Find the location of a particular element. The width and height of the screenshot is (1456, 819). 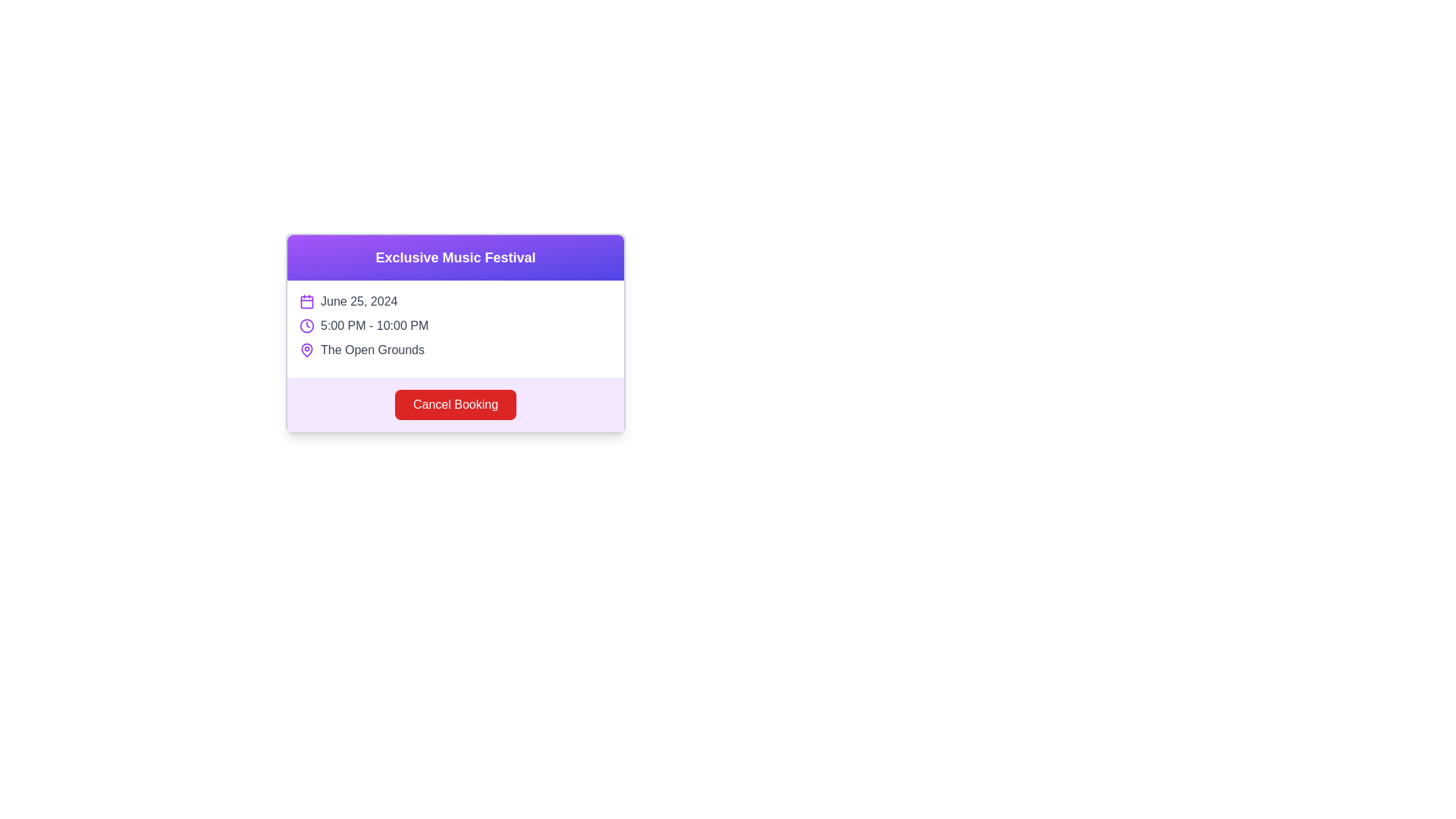

the purple location pin icon, which is located to the left of the 'The Open Grounds' label is located at coordinates (306, 350).